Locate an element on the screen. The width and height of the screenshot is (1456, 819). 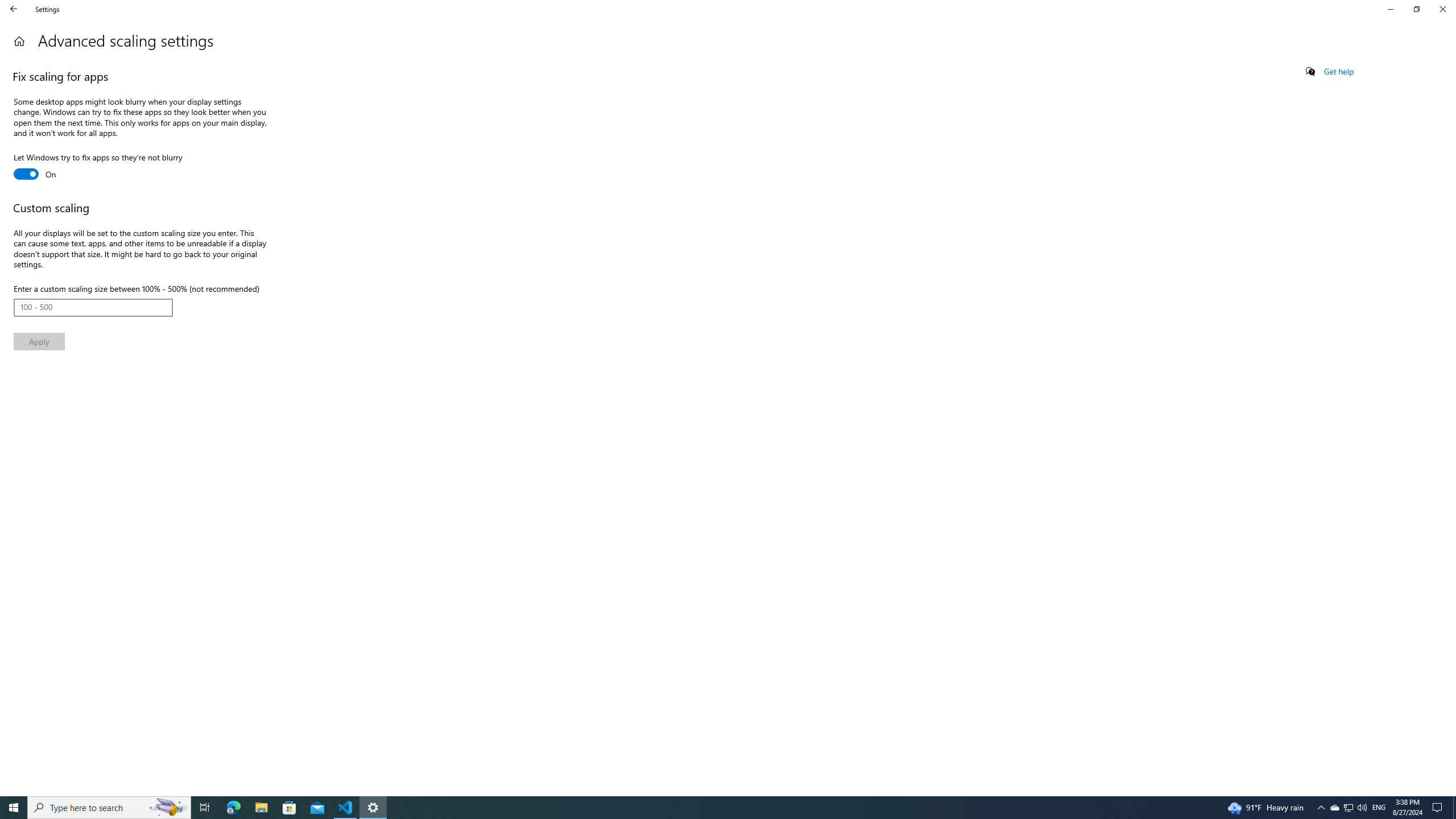
'Show desktop' is located at coordinates (1454, 806).